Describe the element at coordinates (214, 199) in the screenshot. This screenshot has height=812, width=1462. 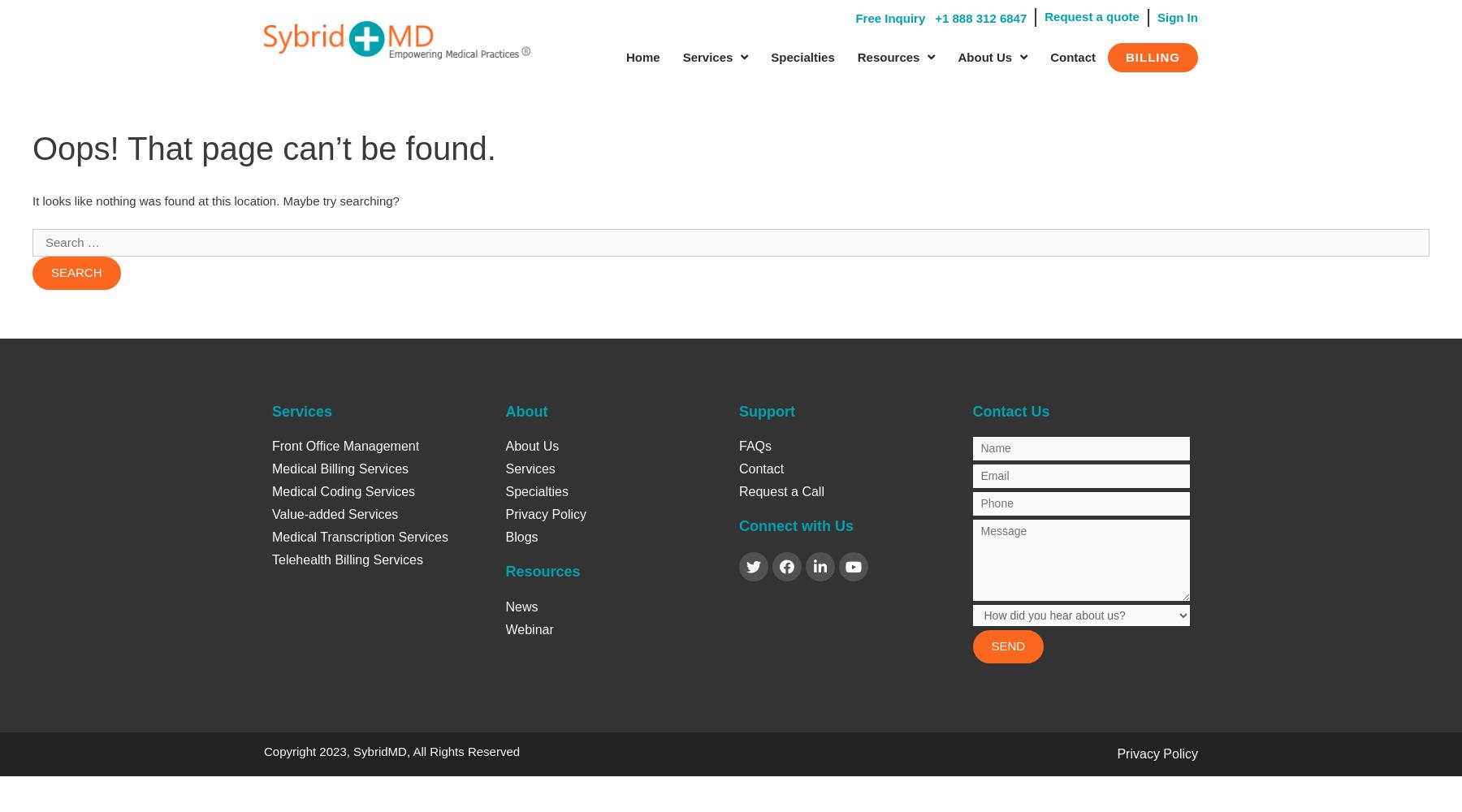
I see `'It looks like nothing was found at this location. Maybe try searching?'` at that location.